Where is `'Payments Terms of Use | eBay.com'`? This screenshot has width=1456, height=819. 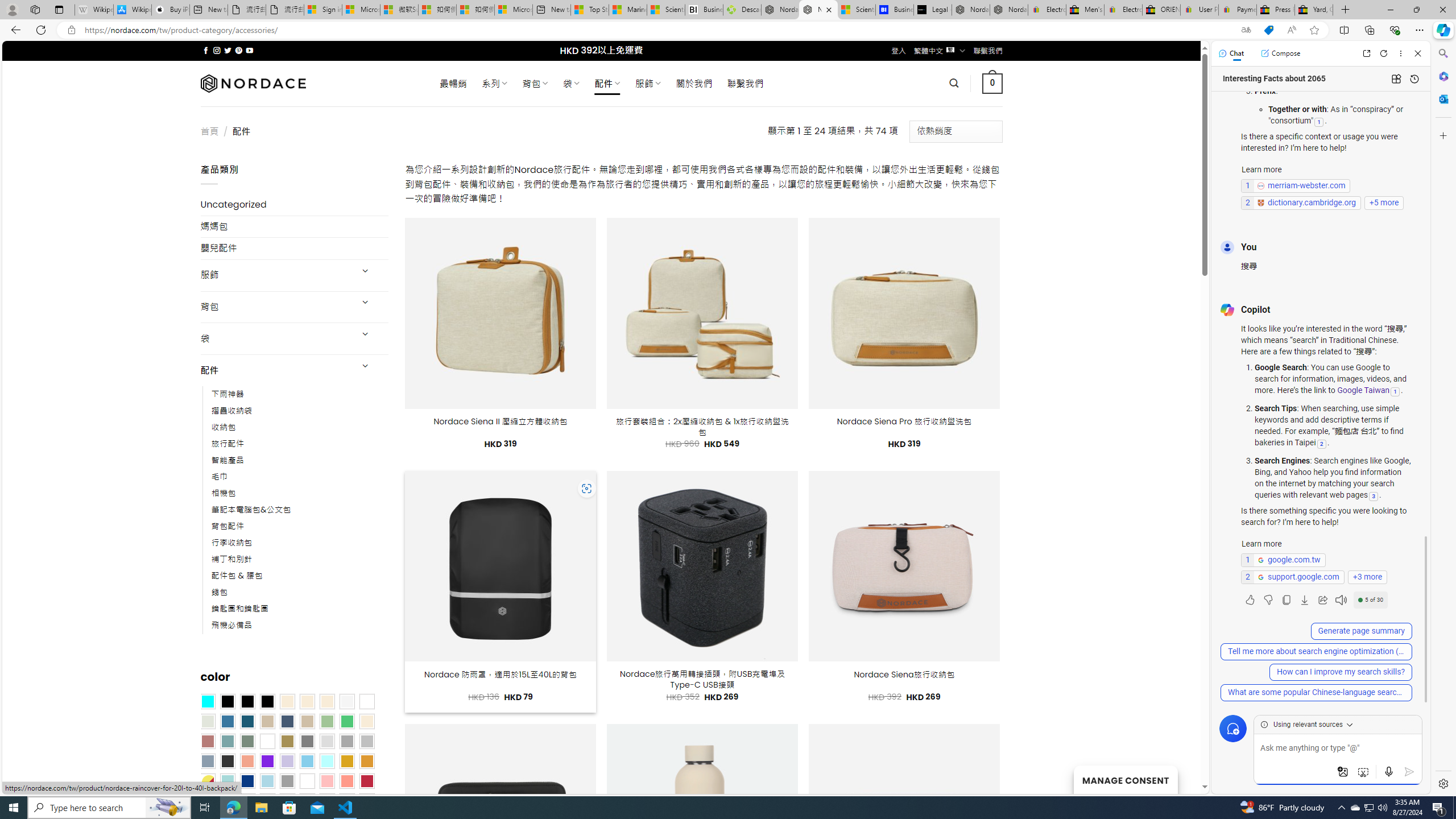 'Payments Terms of Use | eBay.com' is located at coordinates (1238, 9).